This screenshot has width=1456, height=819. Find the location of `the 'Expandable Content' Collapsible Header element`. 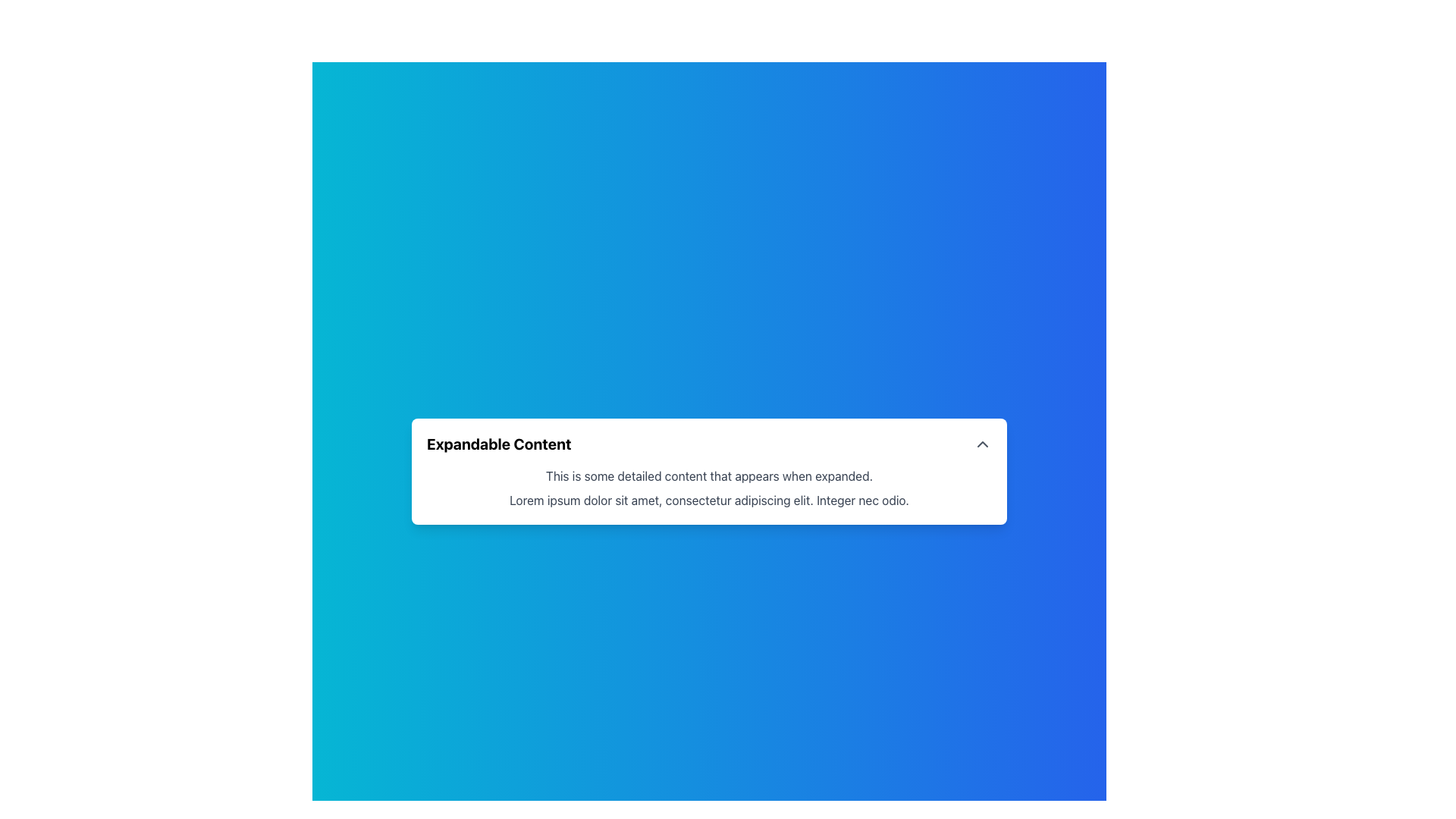

the 'Expandable Content' Collapsible Header element is located at coordinates (708, 444).